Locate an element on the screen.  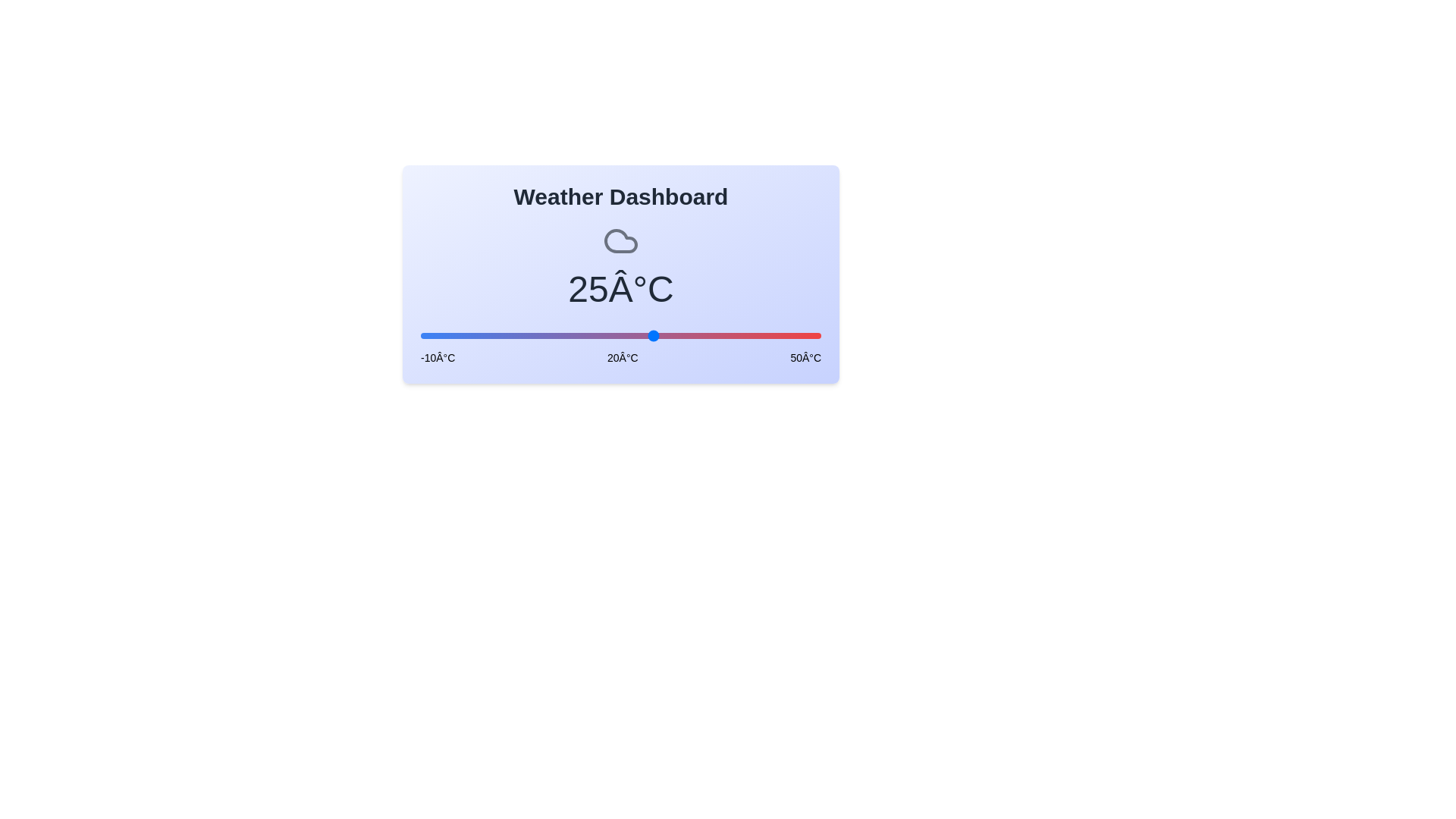
the slider to a specific temperature value 3 within the range [-10, 50] is located at coordinates (507, 335).